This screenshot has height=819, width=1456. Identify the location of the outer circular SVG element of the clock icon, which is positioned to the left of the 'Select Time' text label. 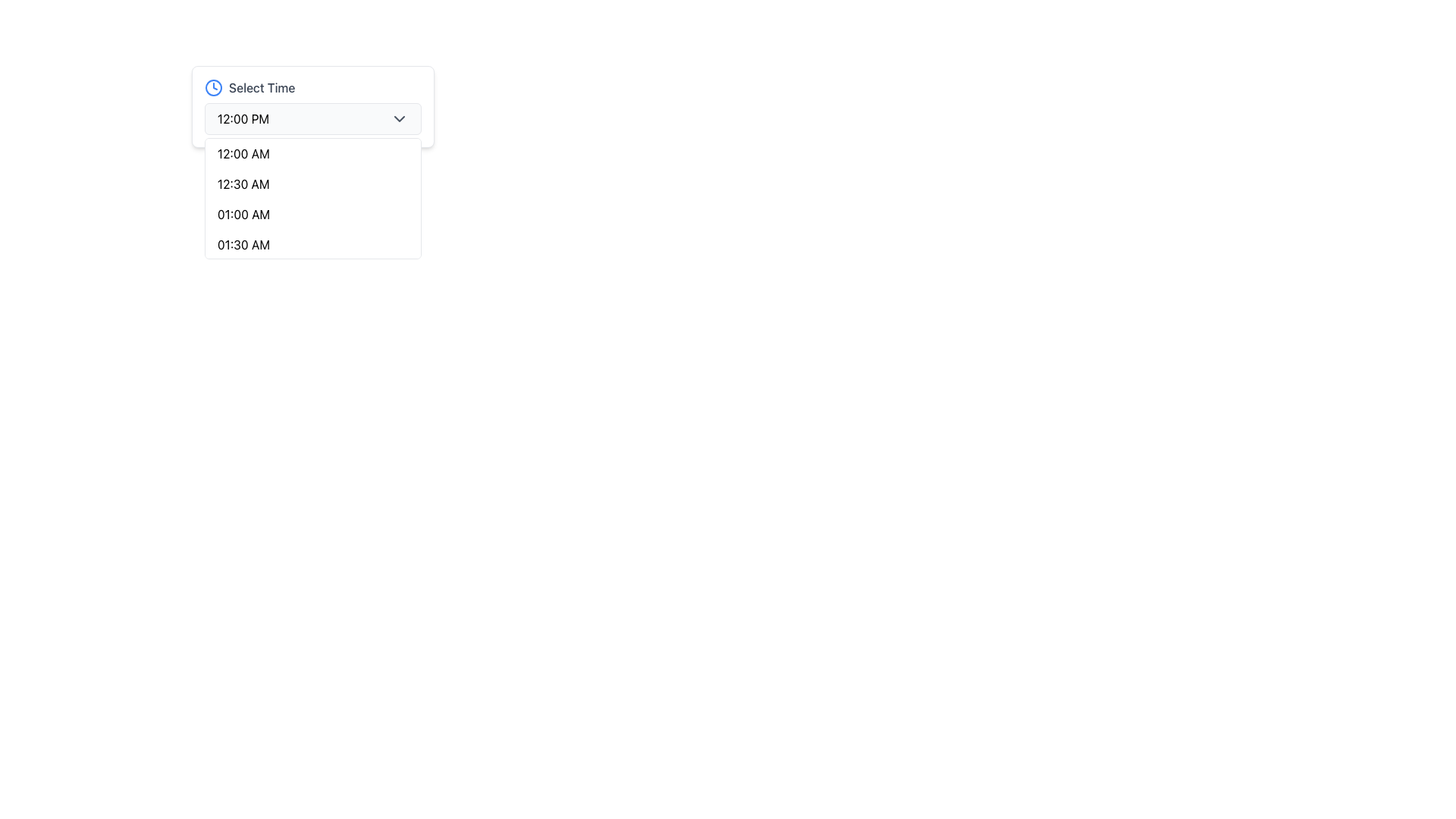
(213, 87).